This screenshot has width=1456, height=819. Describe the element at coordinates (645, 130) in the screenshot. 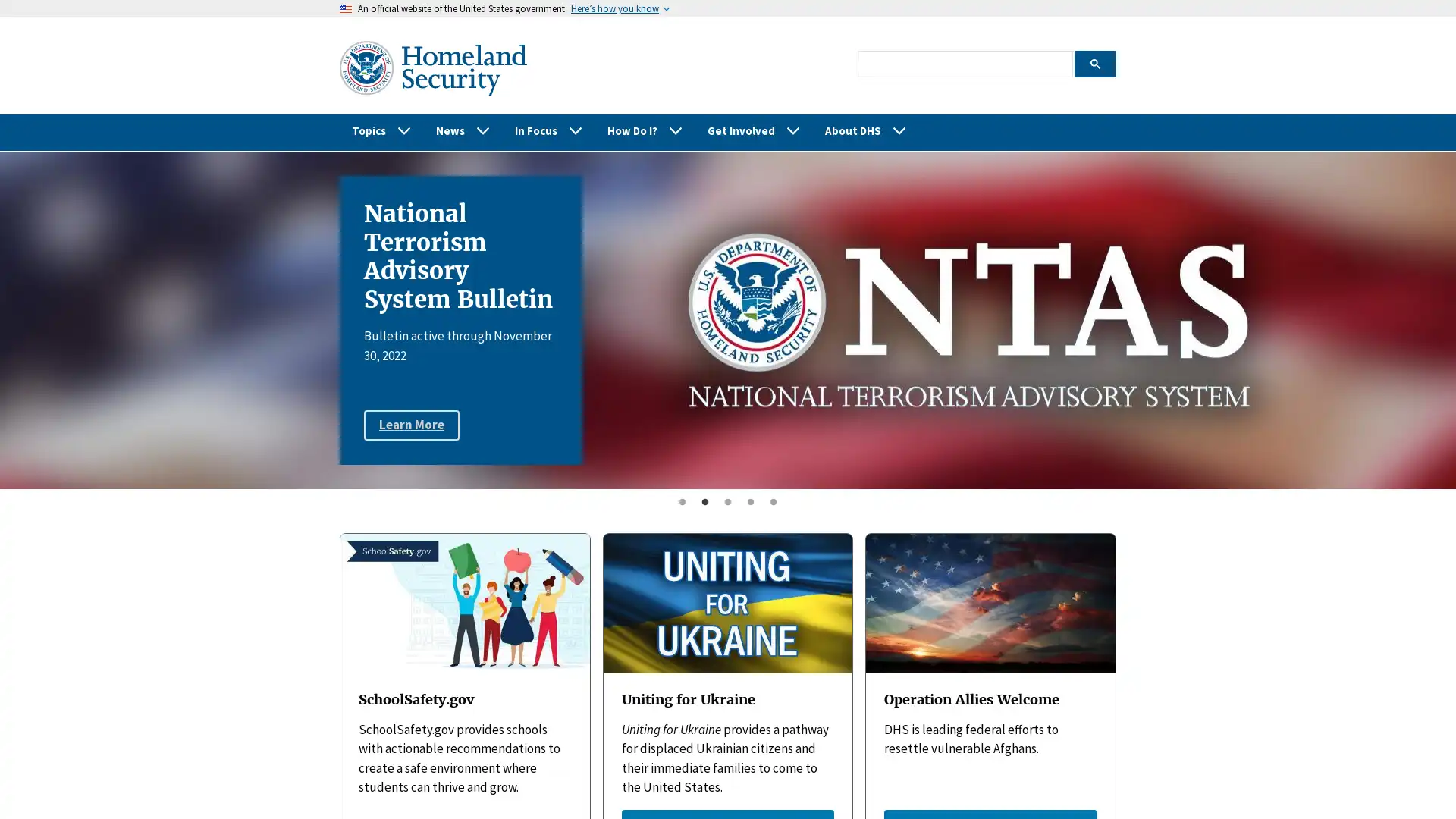

I see `How Do I?` at that location.